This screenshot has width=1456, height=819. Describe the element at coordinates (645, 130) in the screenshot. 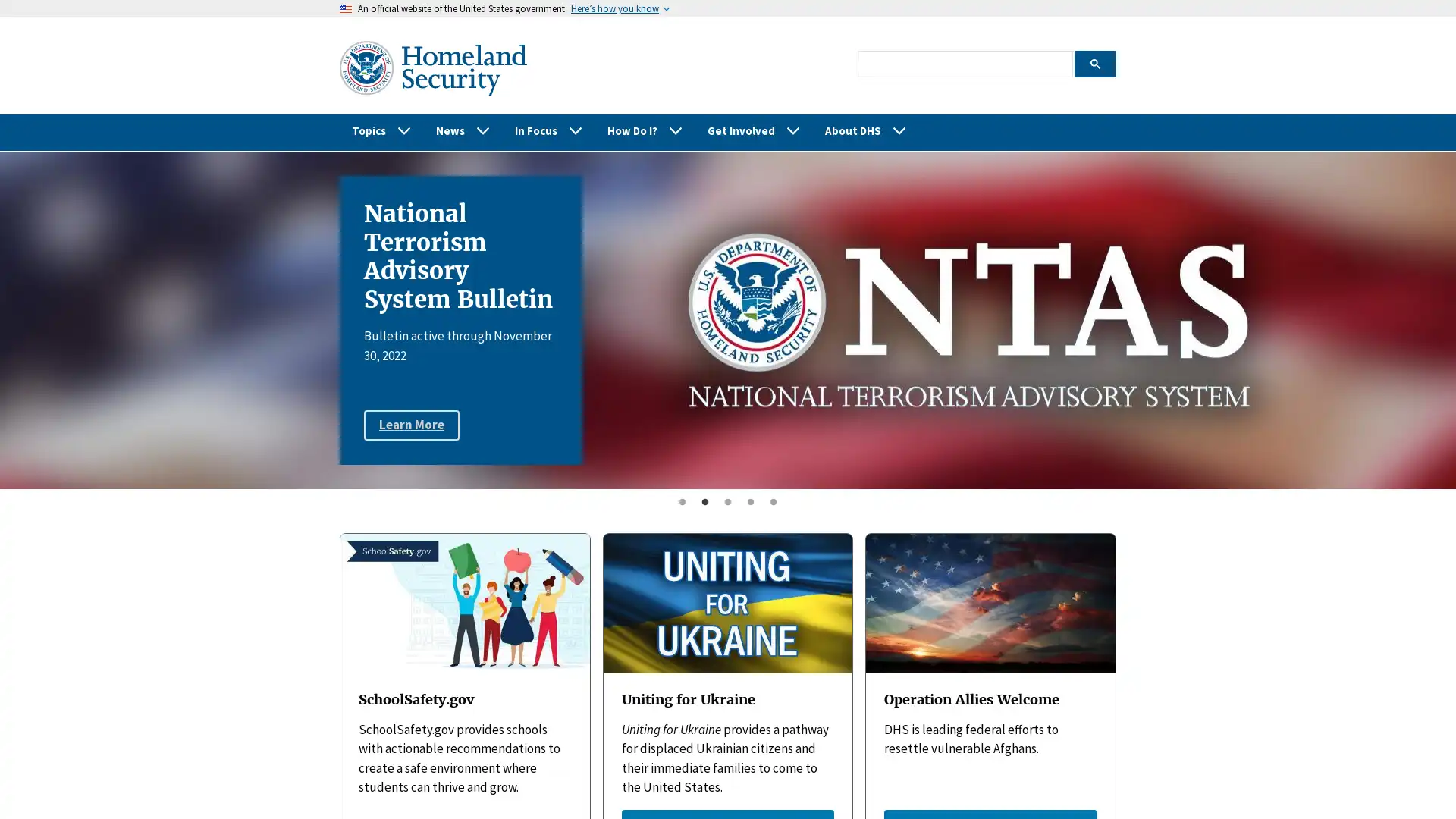

I see `How Do I?` at that location.